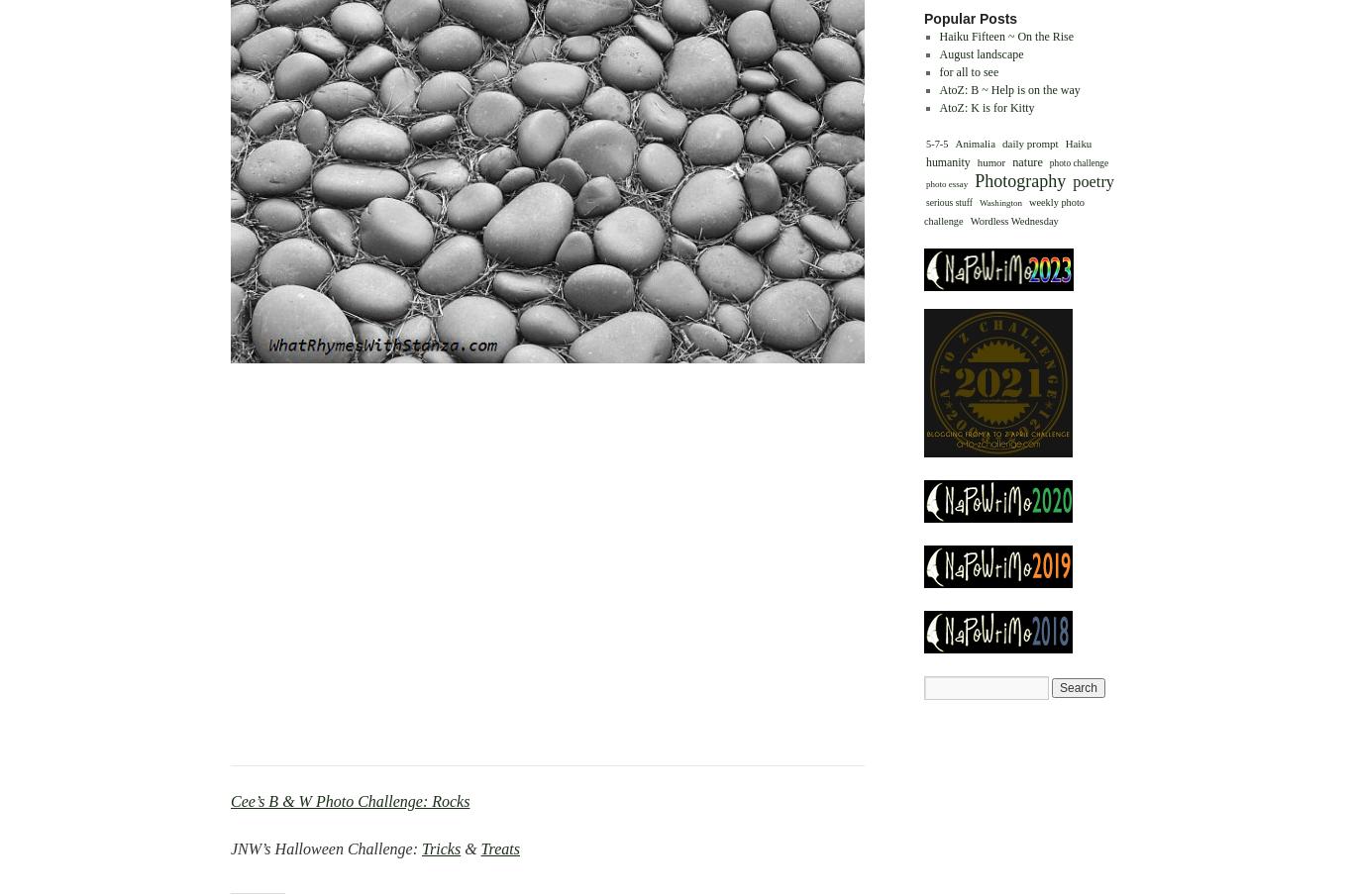 The height and width of the screenshot is (896, 1353). What do you see at coordinates (1000, 200) in the screenshot?
I see `'Washington'` at bounding box center [1000, 200].